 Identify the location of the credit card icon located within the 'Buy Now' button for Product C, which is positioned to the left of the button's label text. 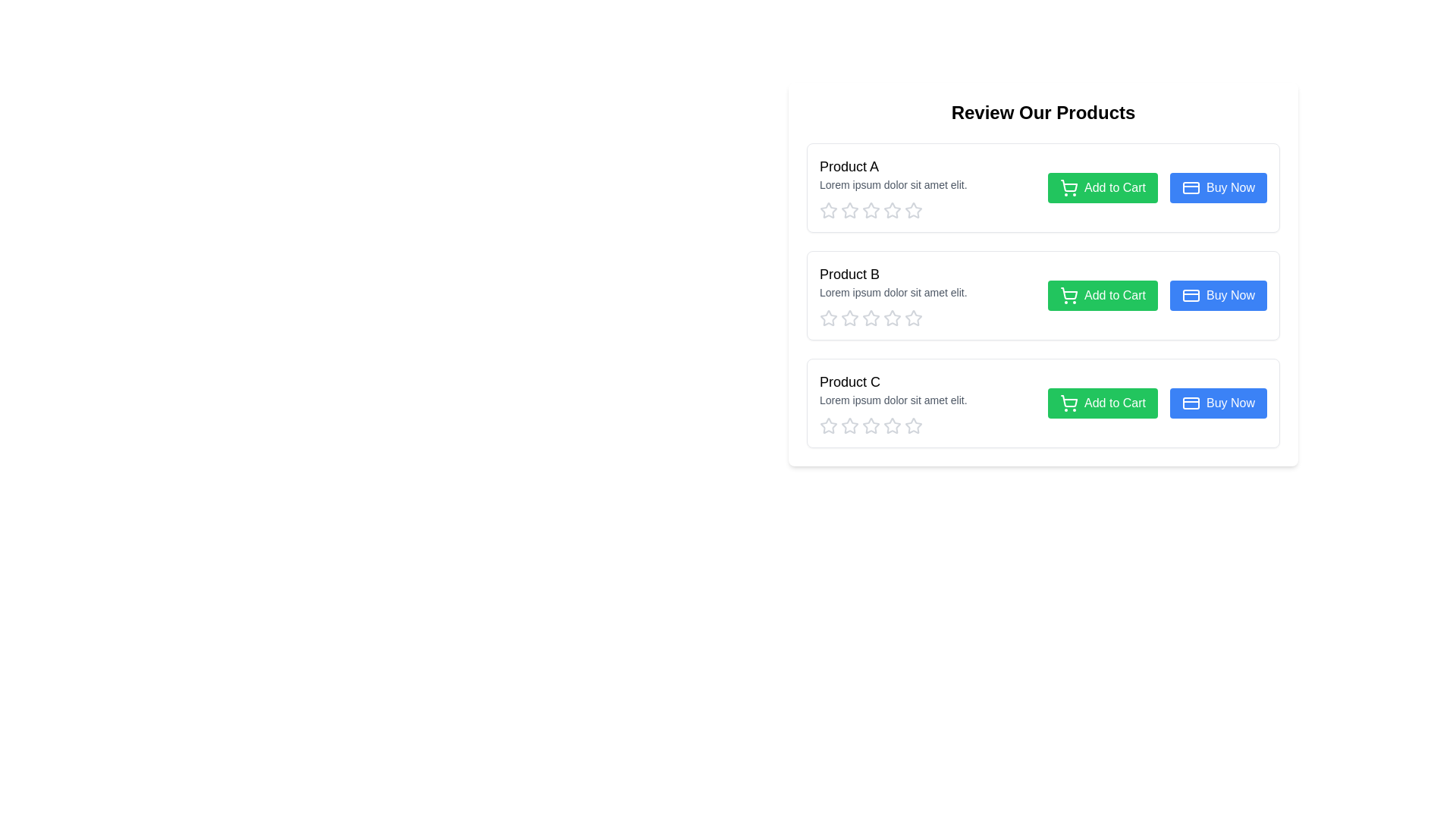
(1189, 403).